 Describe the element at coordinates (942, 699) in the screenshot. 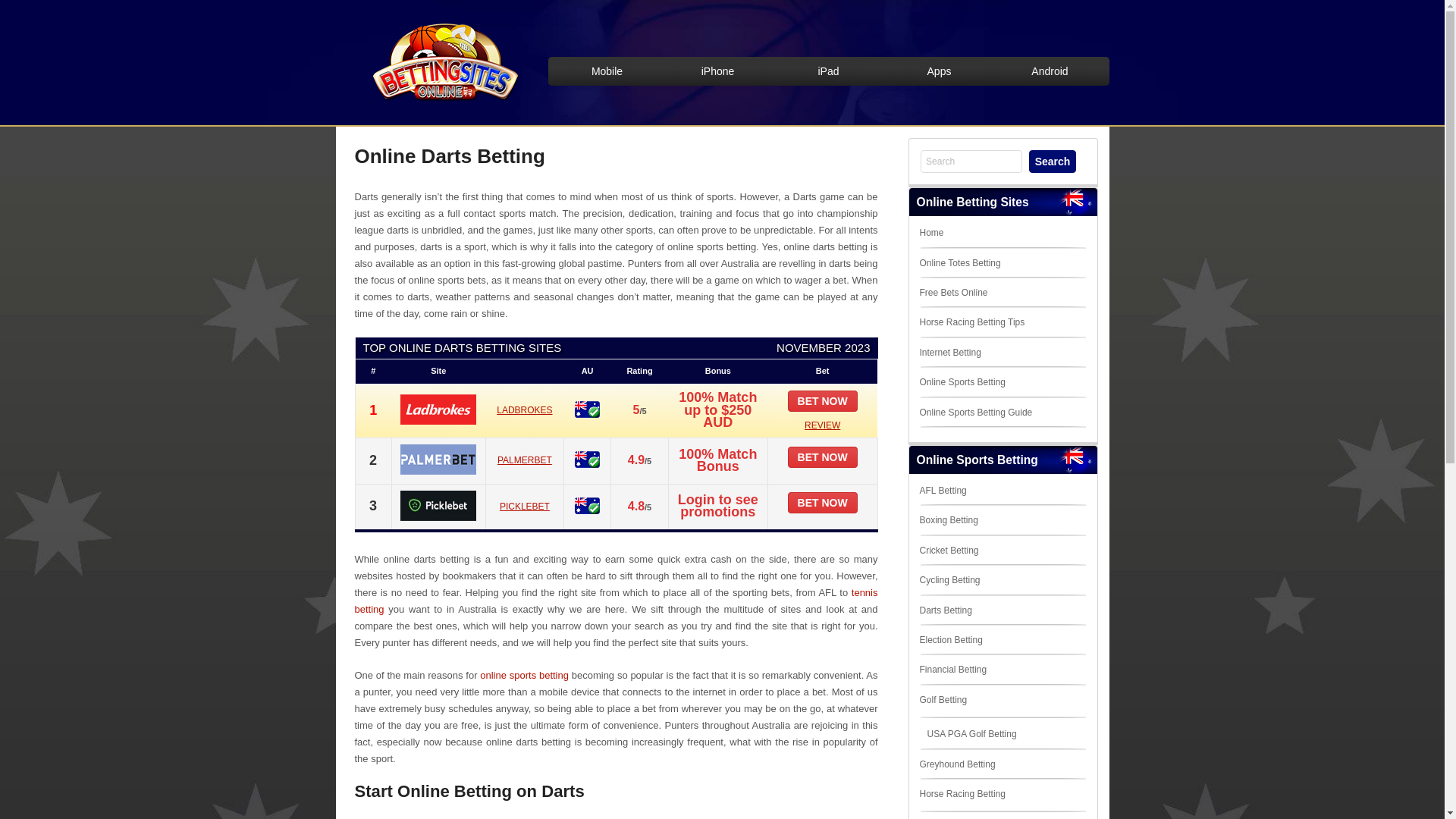

I see `'Golf Betting'` at that location.